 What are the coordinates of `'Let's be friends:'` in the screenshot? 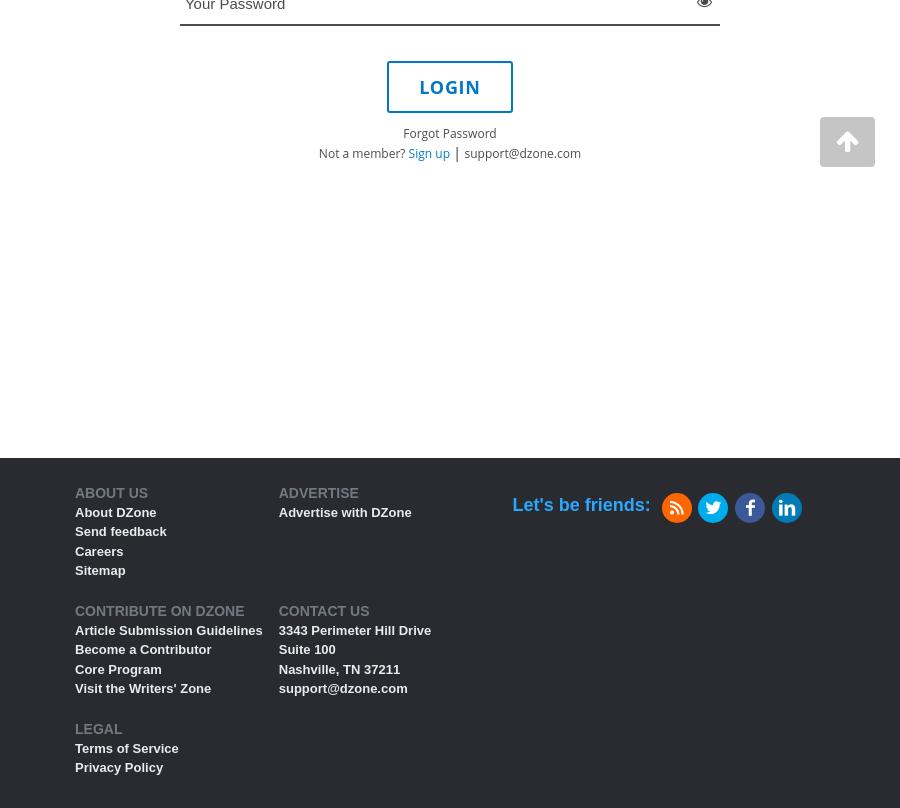 It's located at (581, 504).